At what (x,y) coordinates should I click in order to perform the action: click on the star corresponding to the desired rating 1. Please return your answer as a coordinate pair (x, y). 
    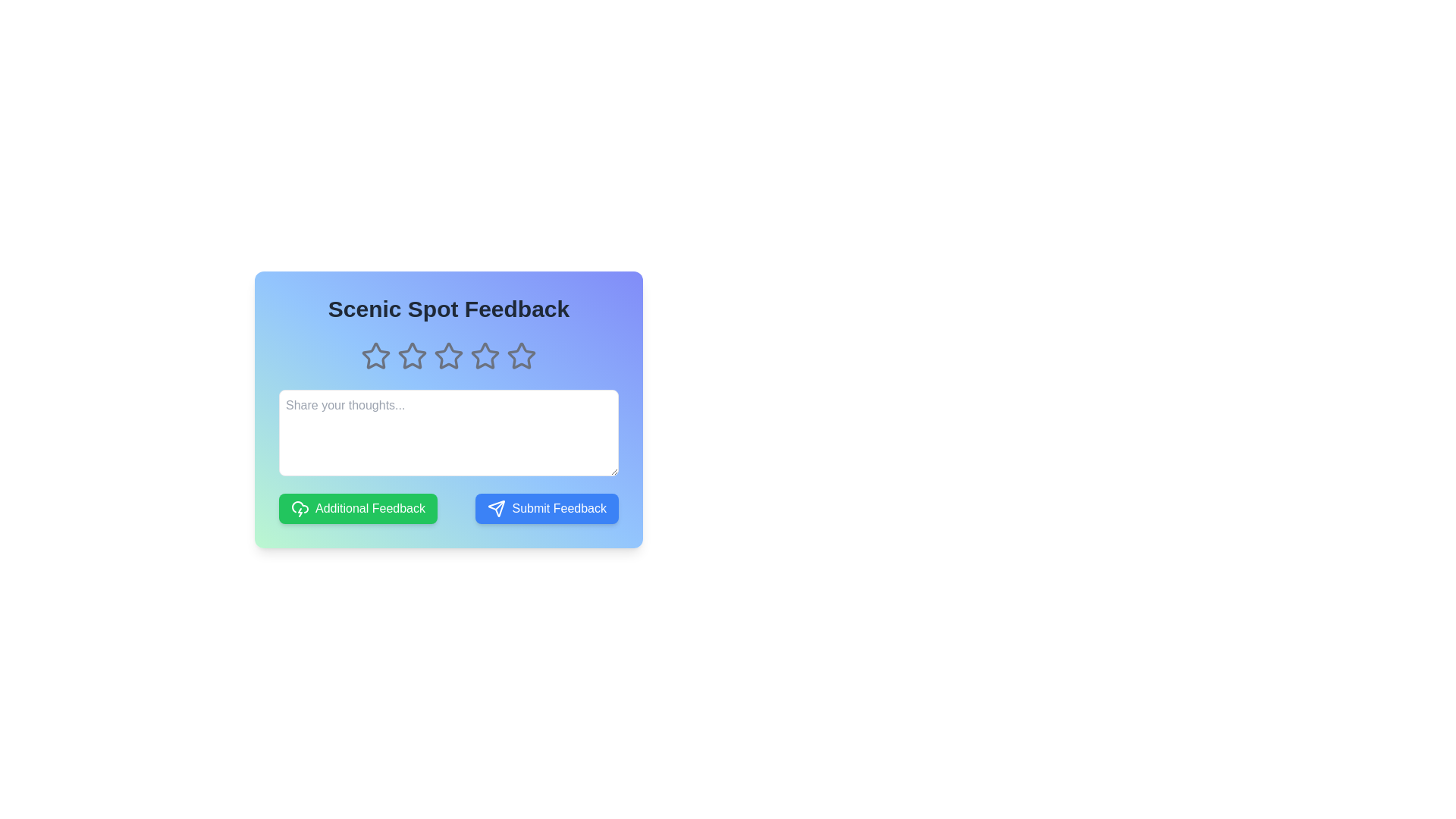
    Looking at the image, I should click on (375, 356).